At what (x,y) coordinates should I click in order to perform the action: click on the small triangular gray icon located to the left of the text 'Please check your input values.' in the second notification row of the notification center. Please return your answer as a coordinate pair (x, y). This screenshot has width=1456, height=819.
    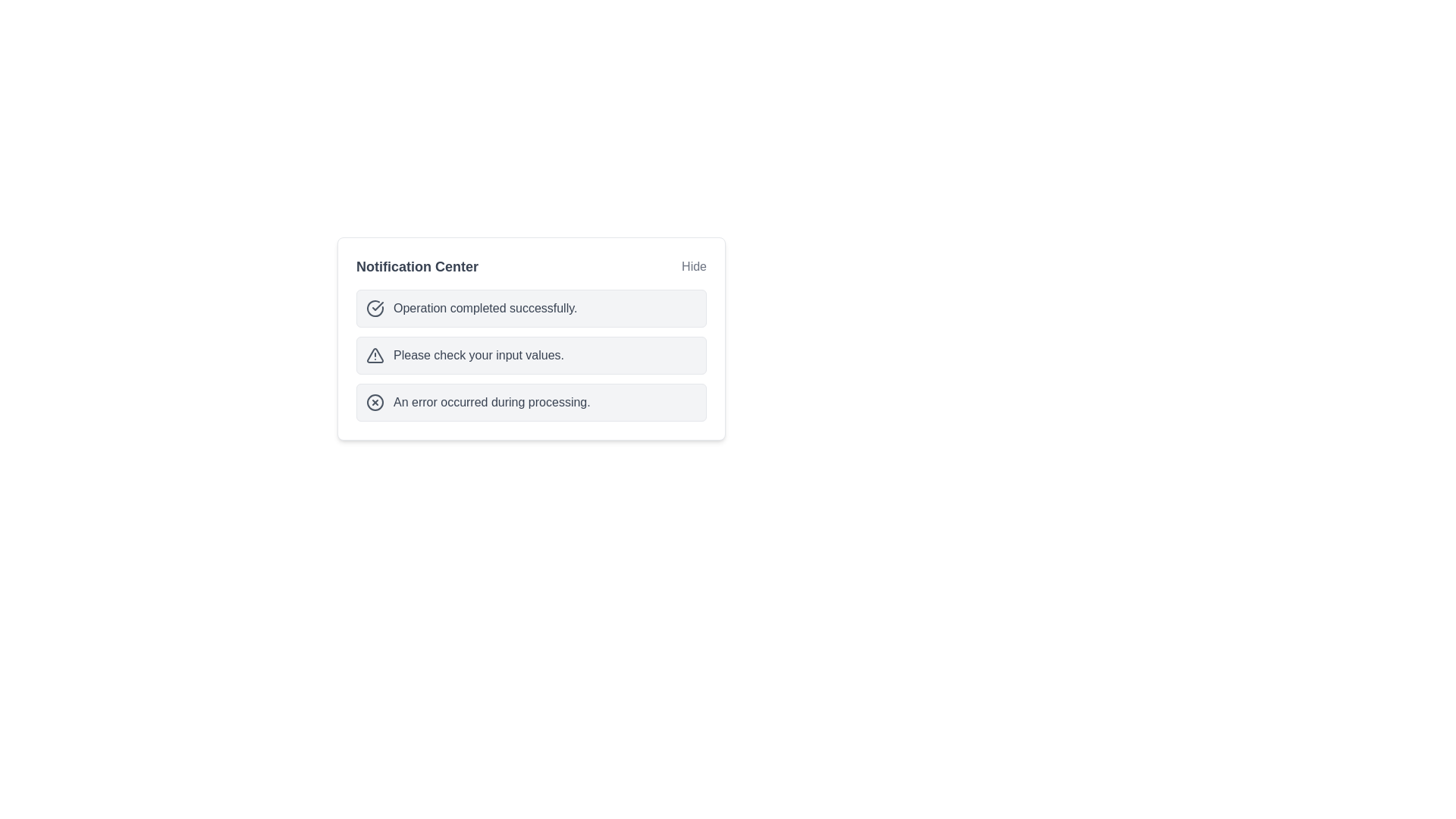
    Looking at the image, I should click on (375, 356).